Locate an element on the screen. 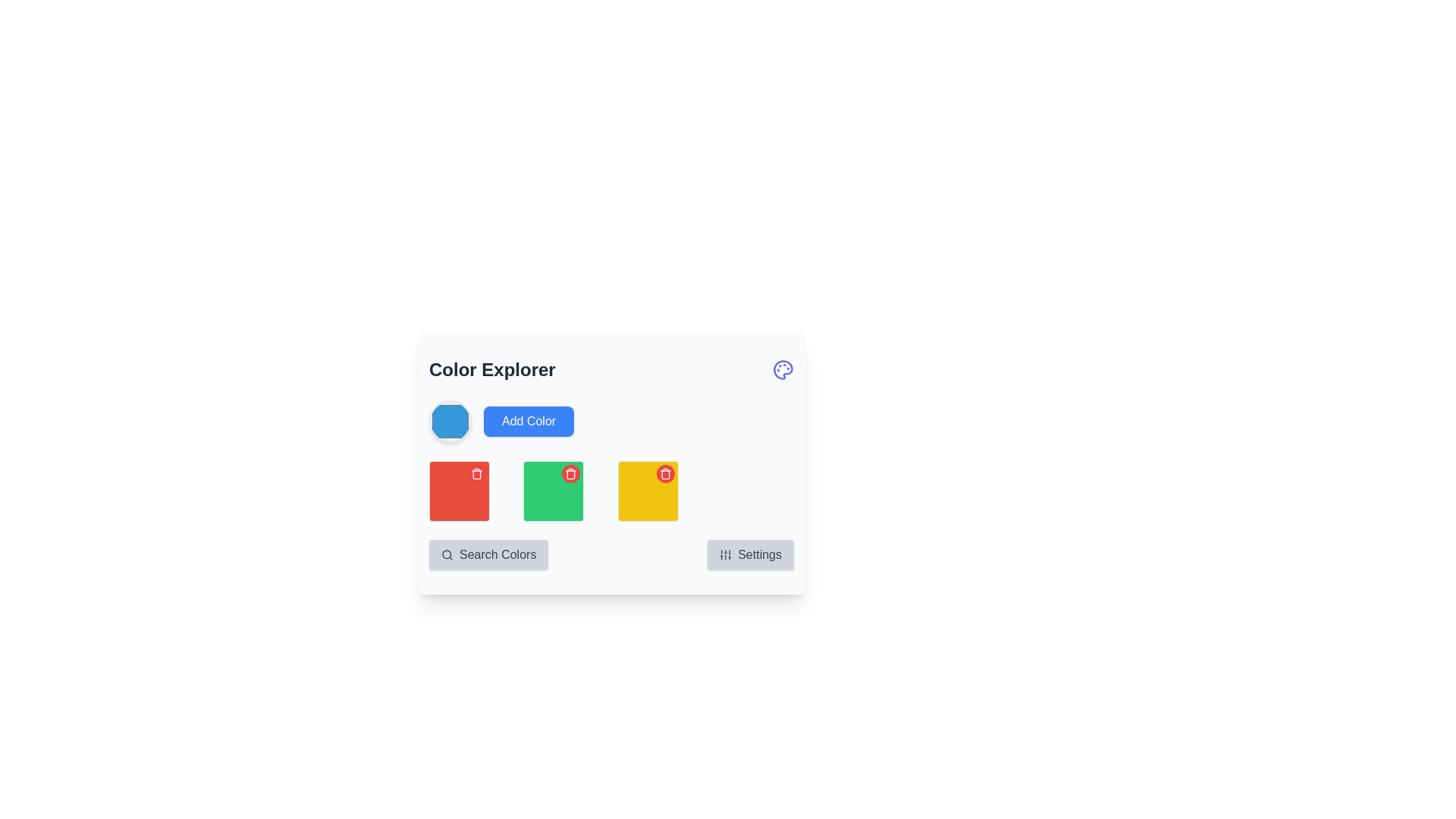 The height and width of the screenshot is (819, 1456). the blue rectangular button labeled 'Add Color' located below the 'Color Explorer' heading, positioned to the right of a circular color preview component is located at coordinates (529, 421).